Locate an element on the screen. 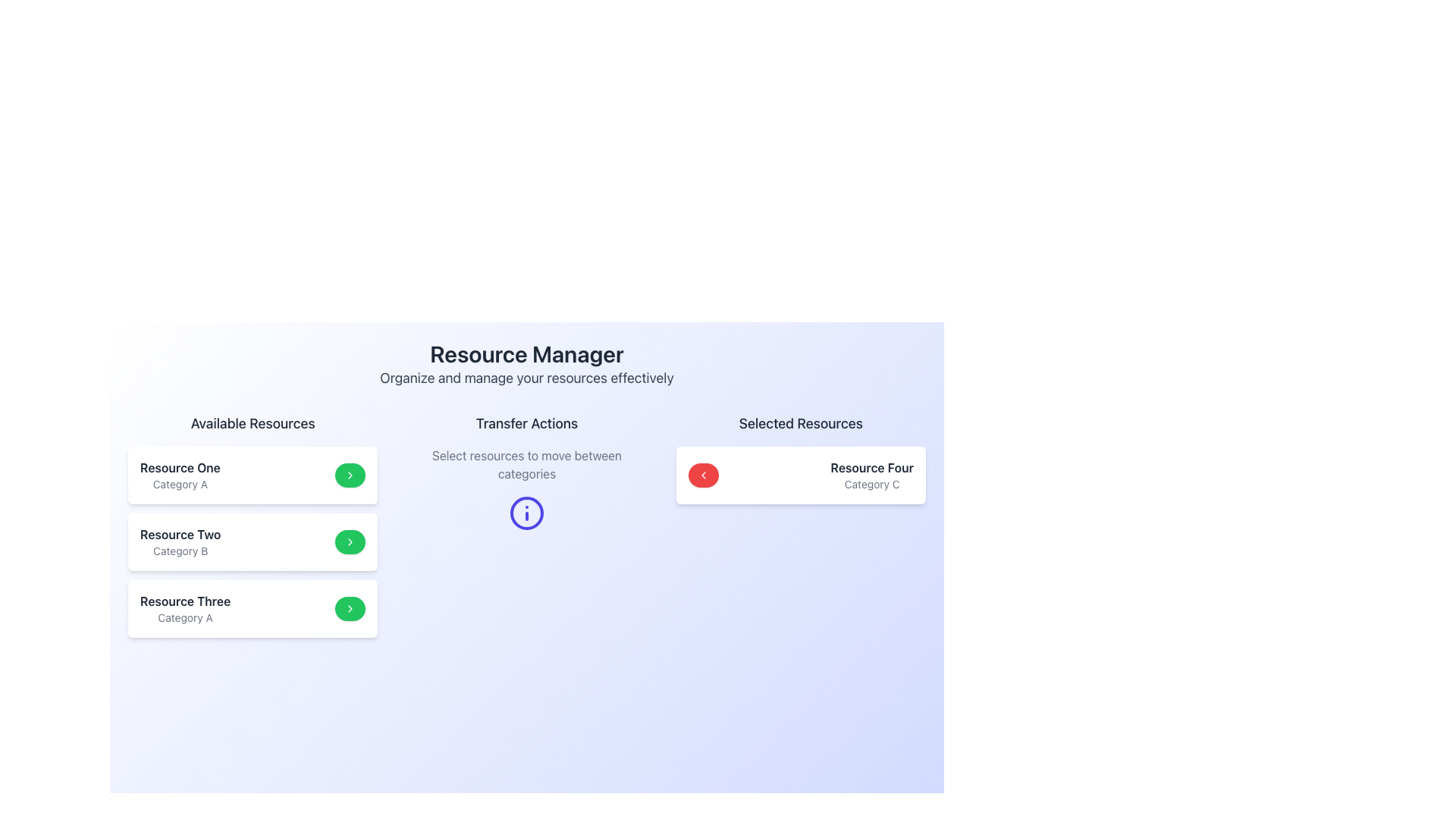 This screenshot has width=1456, height=819. the text label displaying 'Category B' which is located directly below the title 'Resource Two' in the second panel of the 'Available Resources' section, distinguished by its gray color is located at coordinates (180, 551).